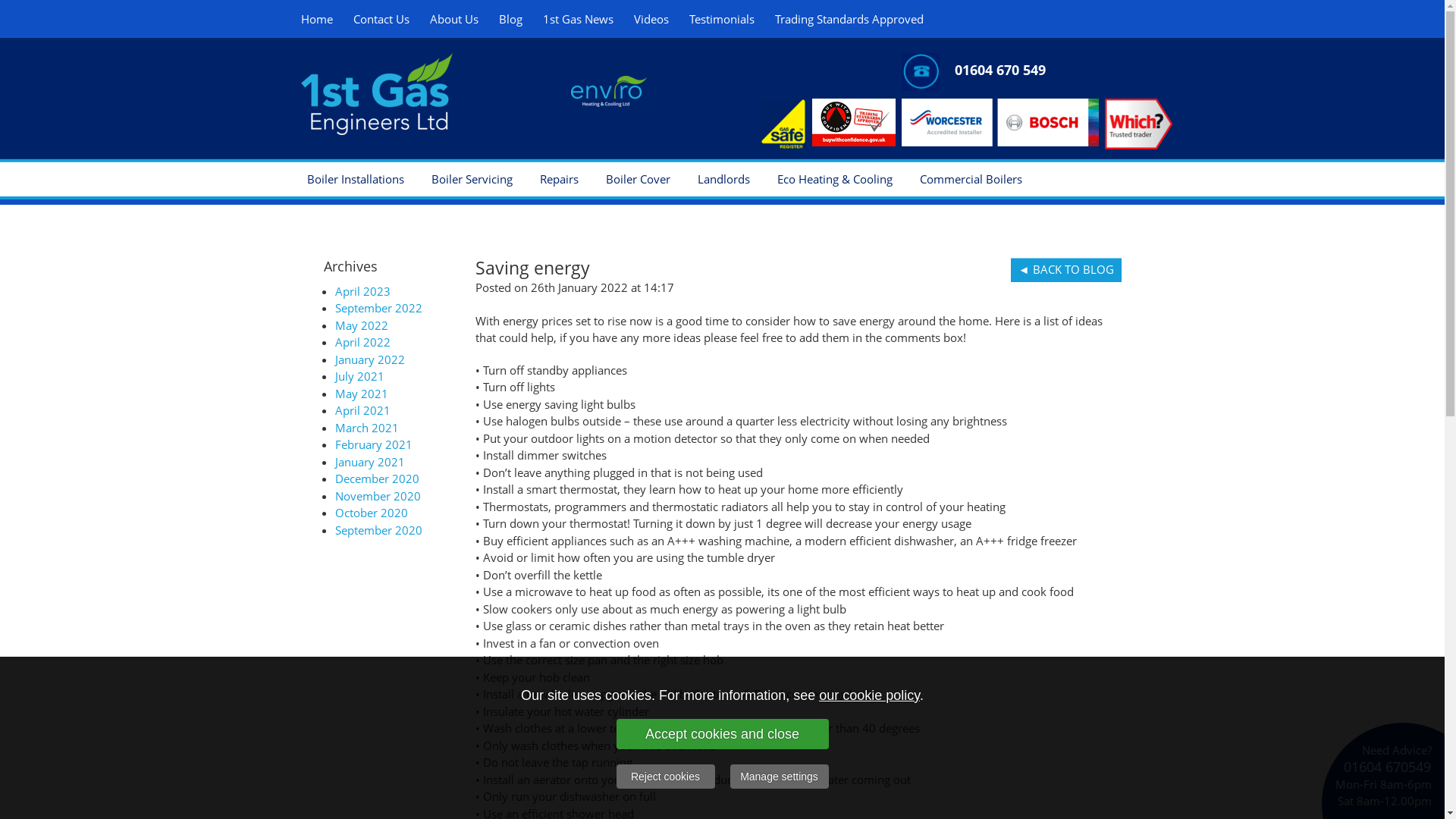 This screenshot has width=1456, height=819. I want to click on 'October 2020', so click(371, 512).